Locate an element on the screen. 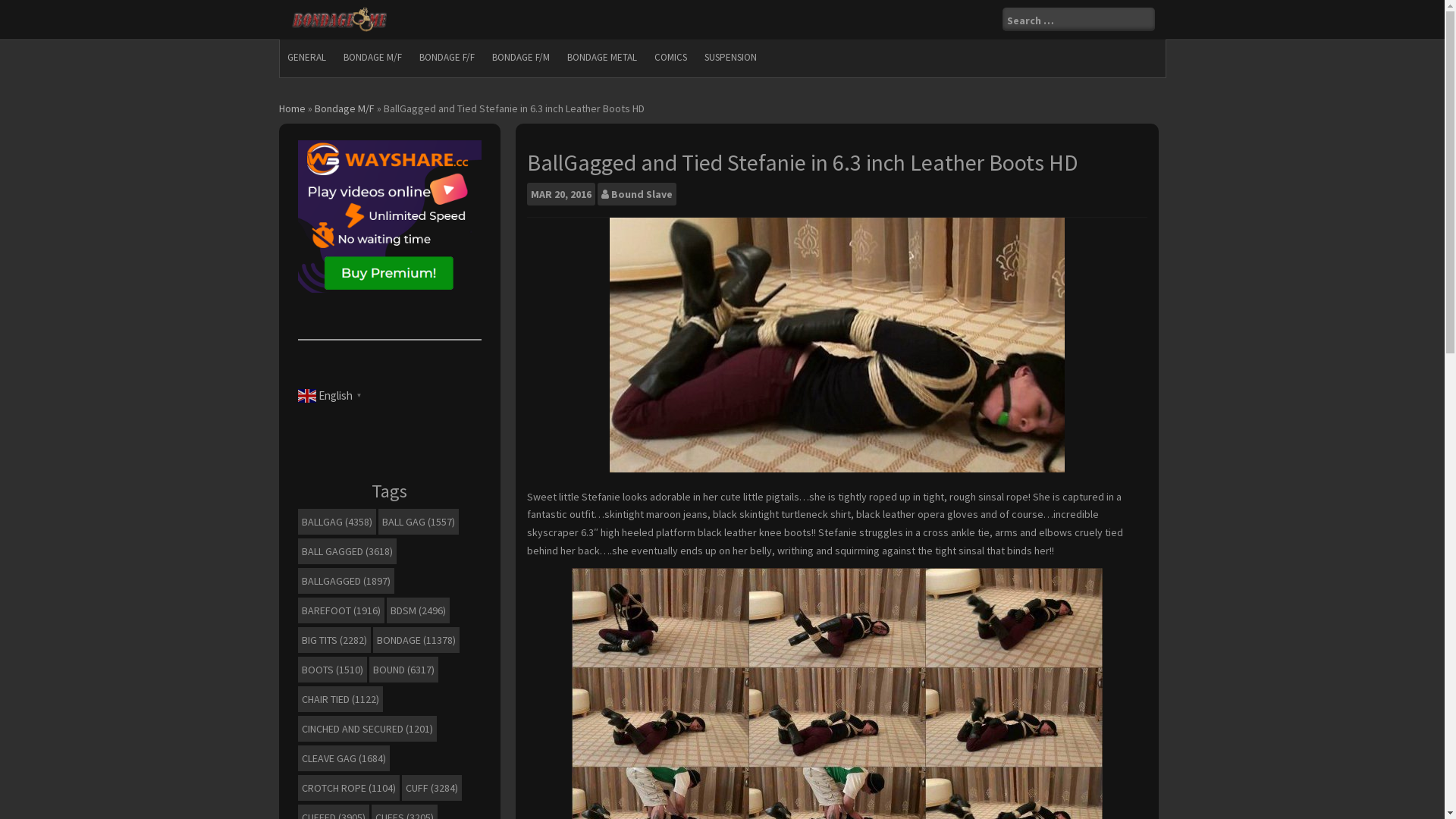 The width and height of the screenshot is (1456, 819). 'CLEAVE GAG (1684)' is located at coordinates (342, 758).